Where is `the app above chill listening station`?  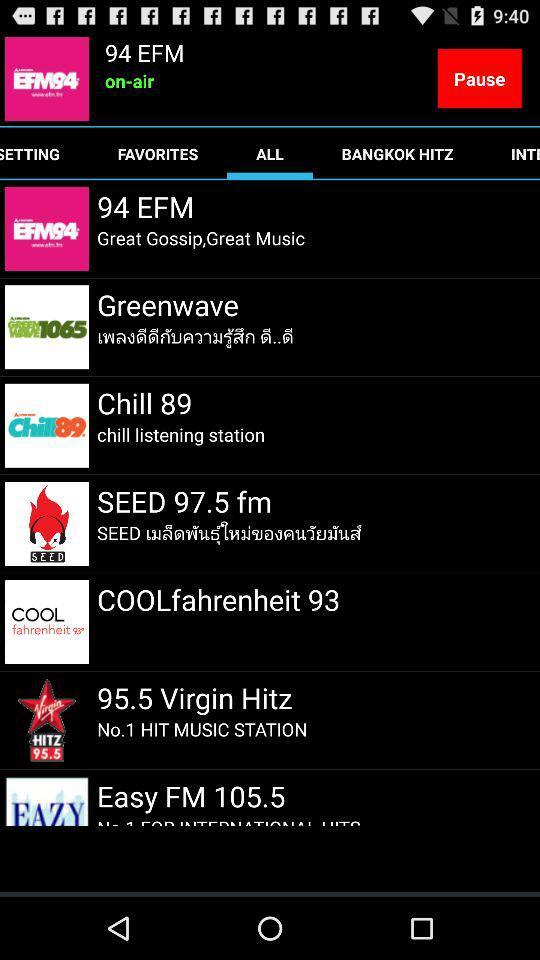 the app above chill listening station is located at coordinates (143, 401).